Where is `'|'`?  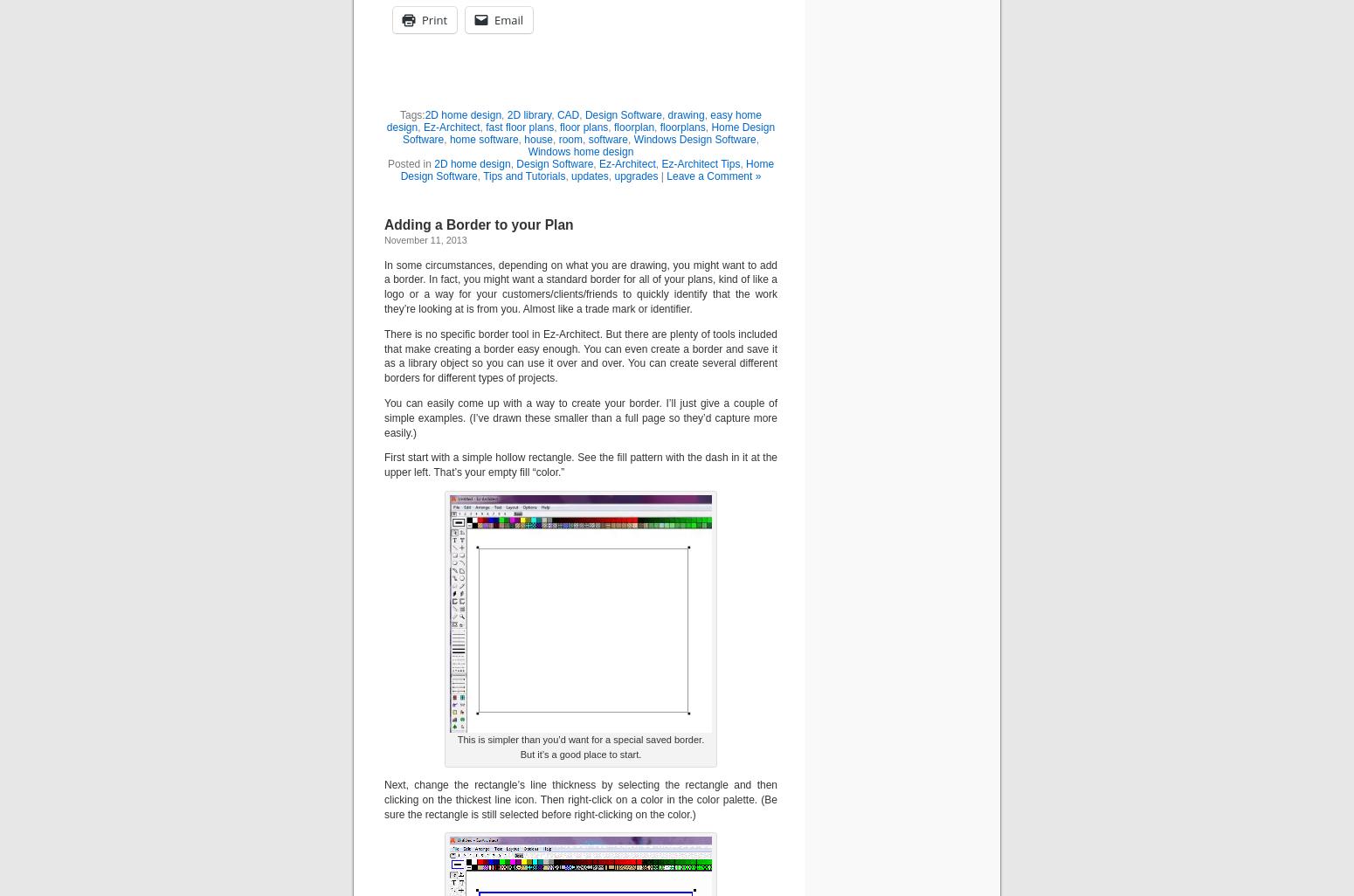
'|' is located at coordinates (661, 176).